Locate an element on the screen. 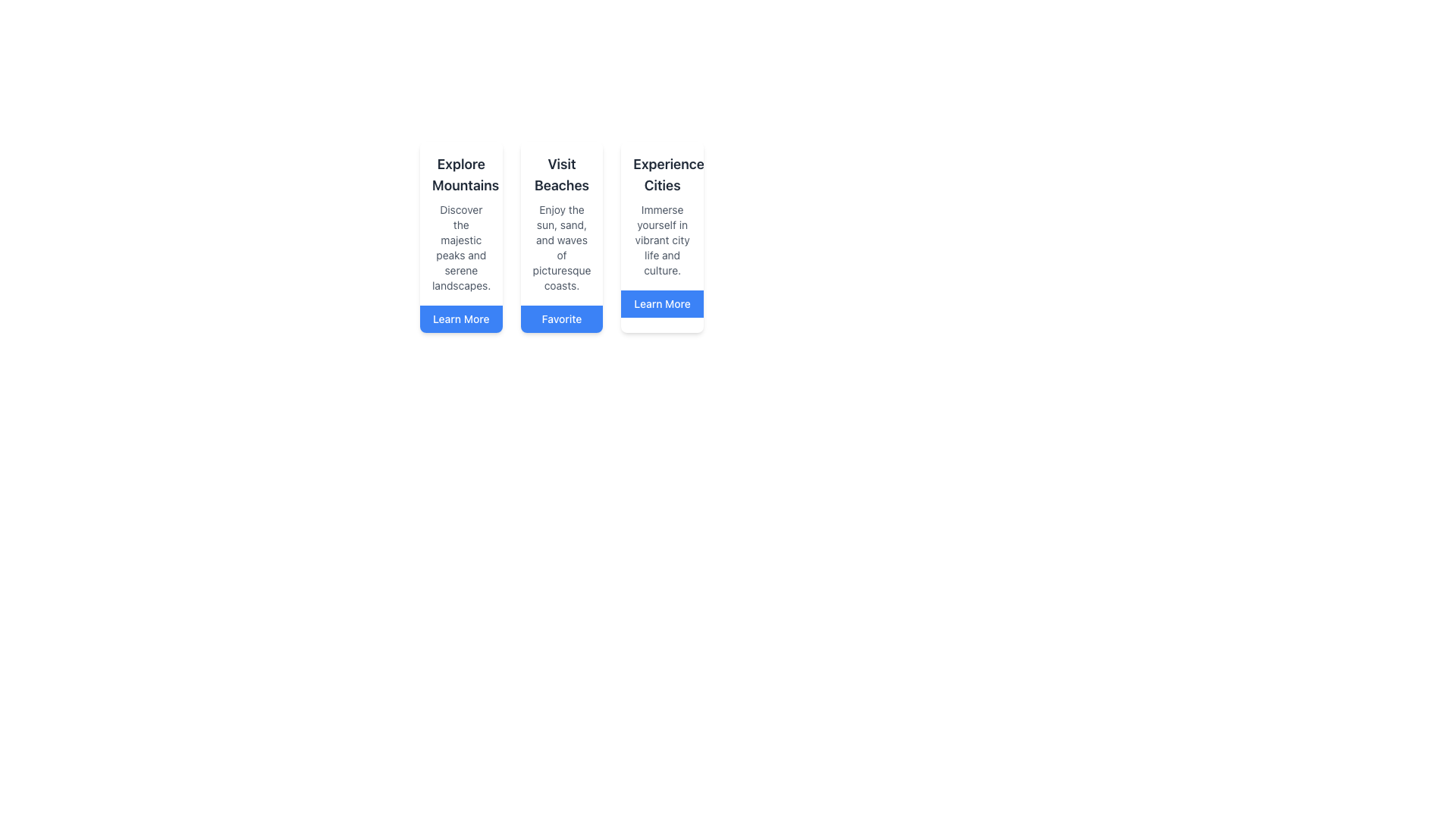  the text label displaying 'Experience Cities' which is a bold, dark gray text positioned at the top of a vertical card layout in the third column is located at coordinates (662, 174).